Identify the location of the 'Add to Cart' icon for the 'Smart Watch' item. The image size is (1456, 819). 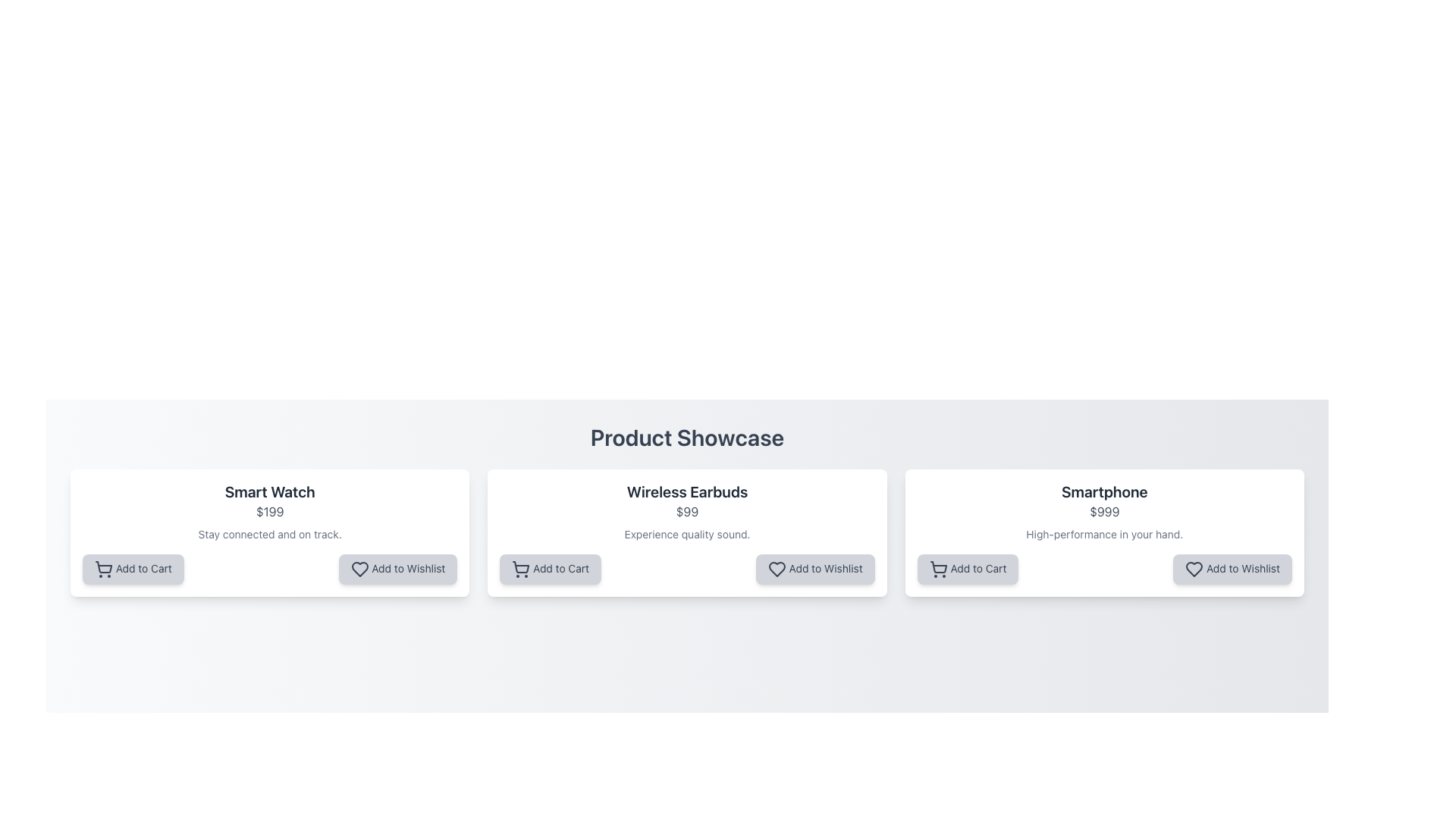
(103, 570).